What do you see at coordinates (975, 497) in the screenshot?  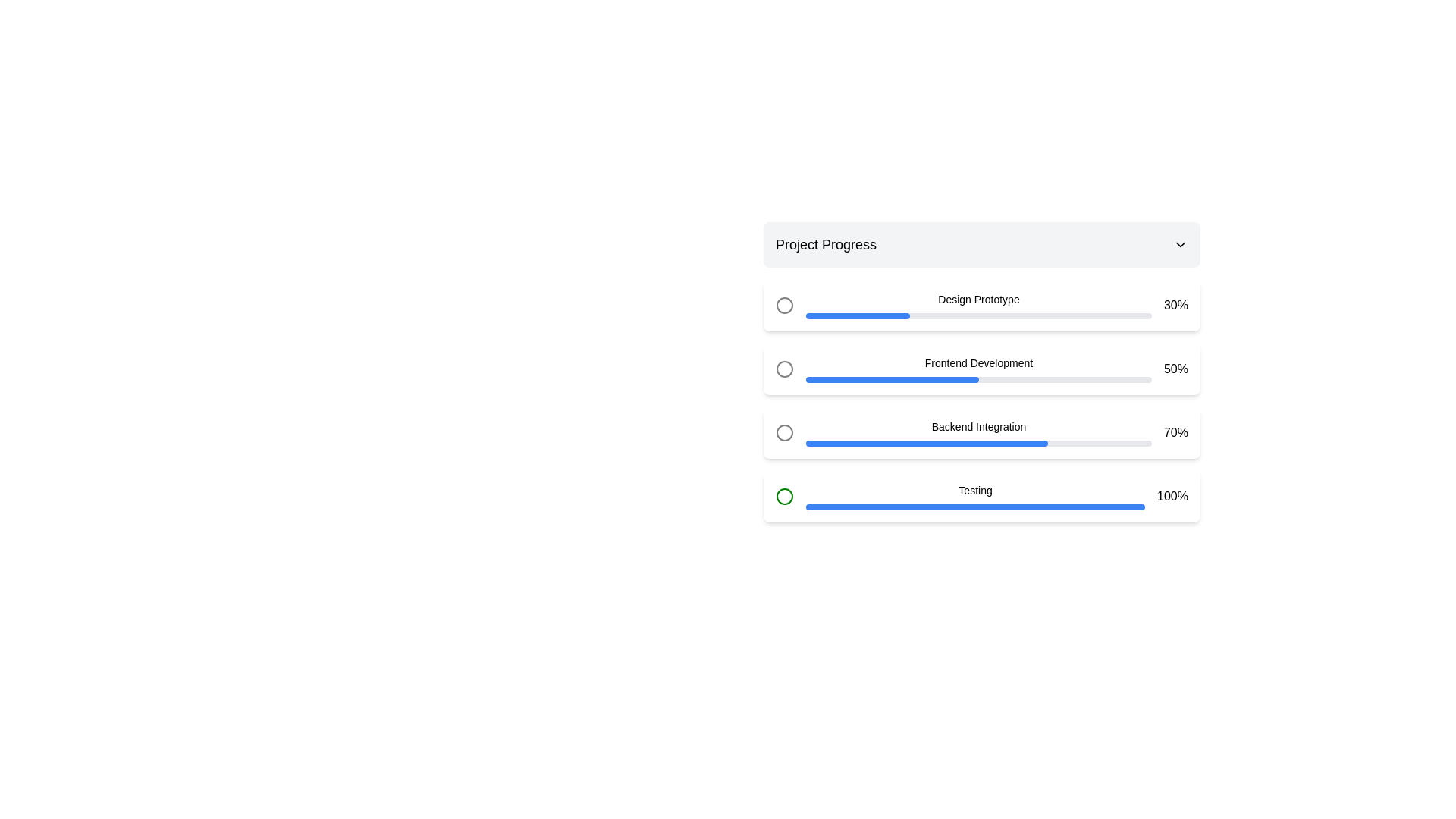 I see `the progress bar labeled 'Testing' which is centrally positioned` at bounding box center [975, 497].